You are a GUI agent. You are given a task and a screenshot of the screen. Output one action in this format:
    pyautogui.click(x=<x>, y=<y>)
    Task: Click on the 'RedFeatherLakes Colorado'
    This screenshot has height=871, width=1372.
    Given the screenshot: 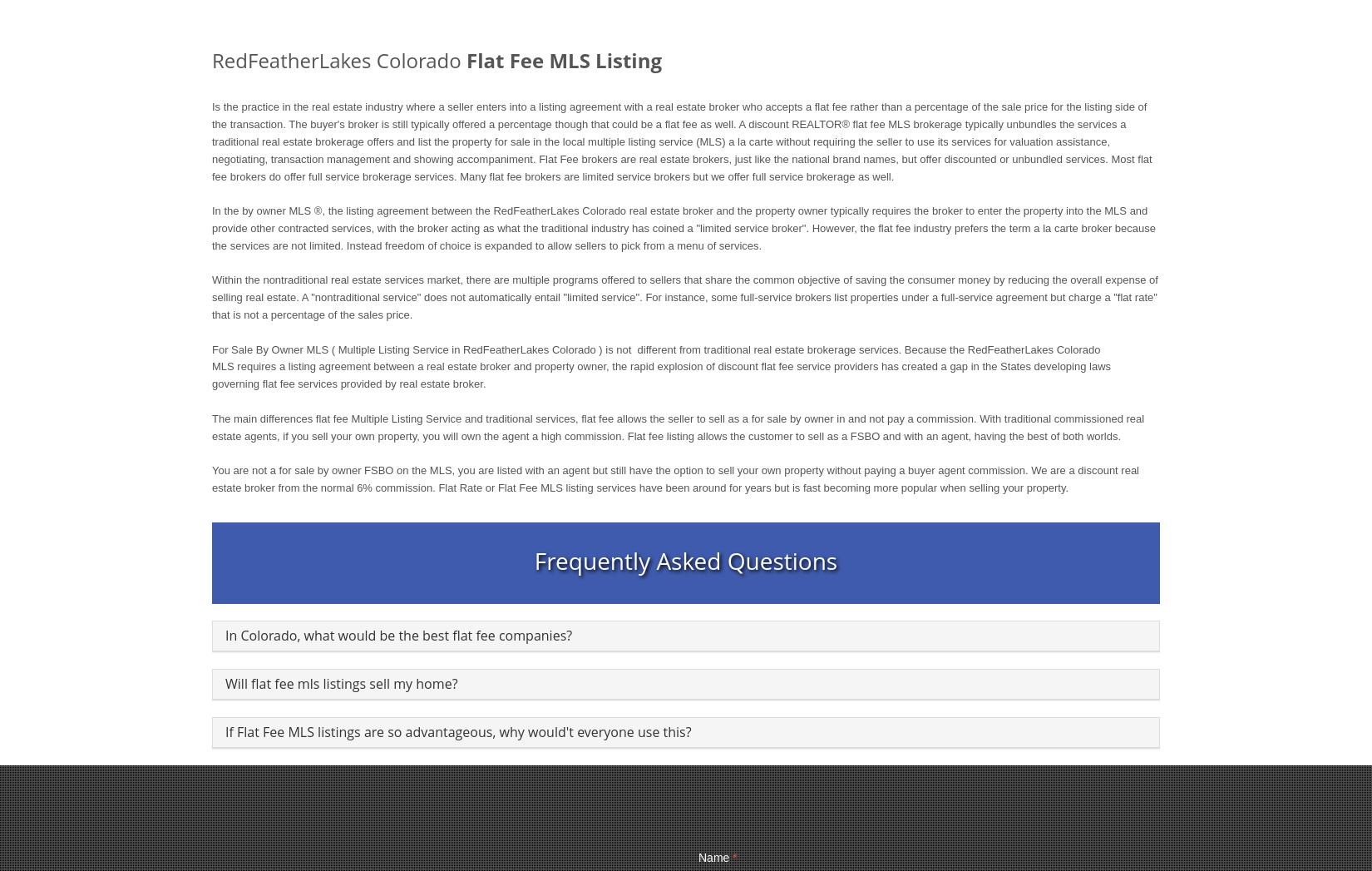 What is the action you would take?
    pyautogui.click(x=336, y=59)
    